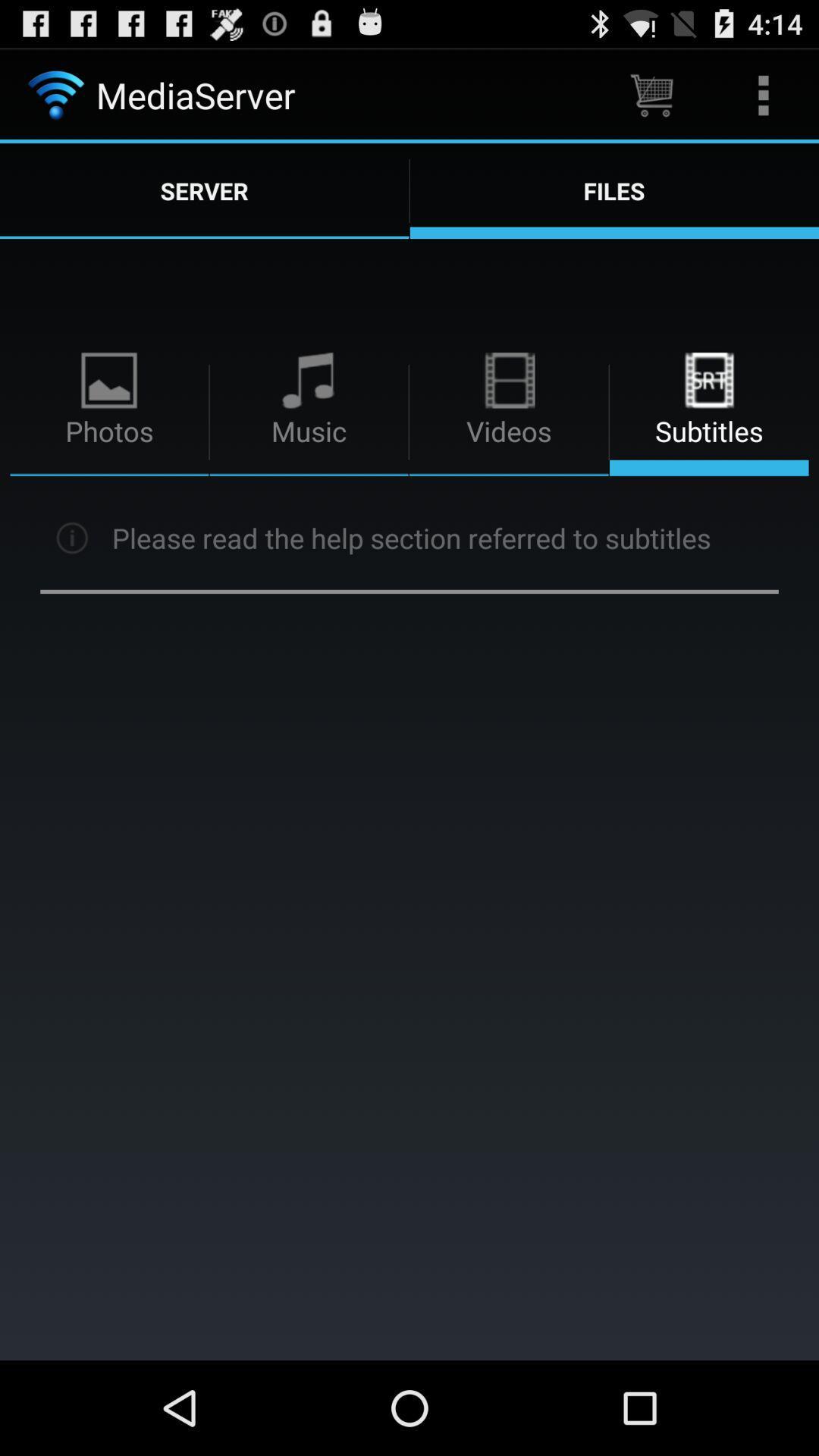  What do you see at coordinates (309, 412) in the screenshot?
I see `music` at bounding box center [309, 412].